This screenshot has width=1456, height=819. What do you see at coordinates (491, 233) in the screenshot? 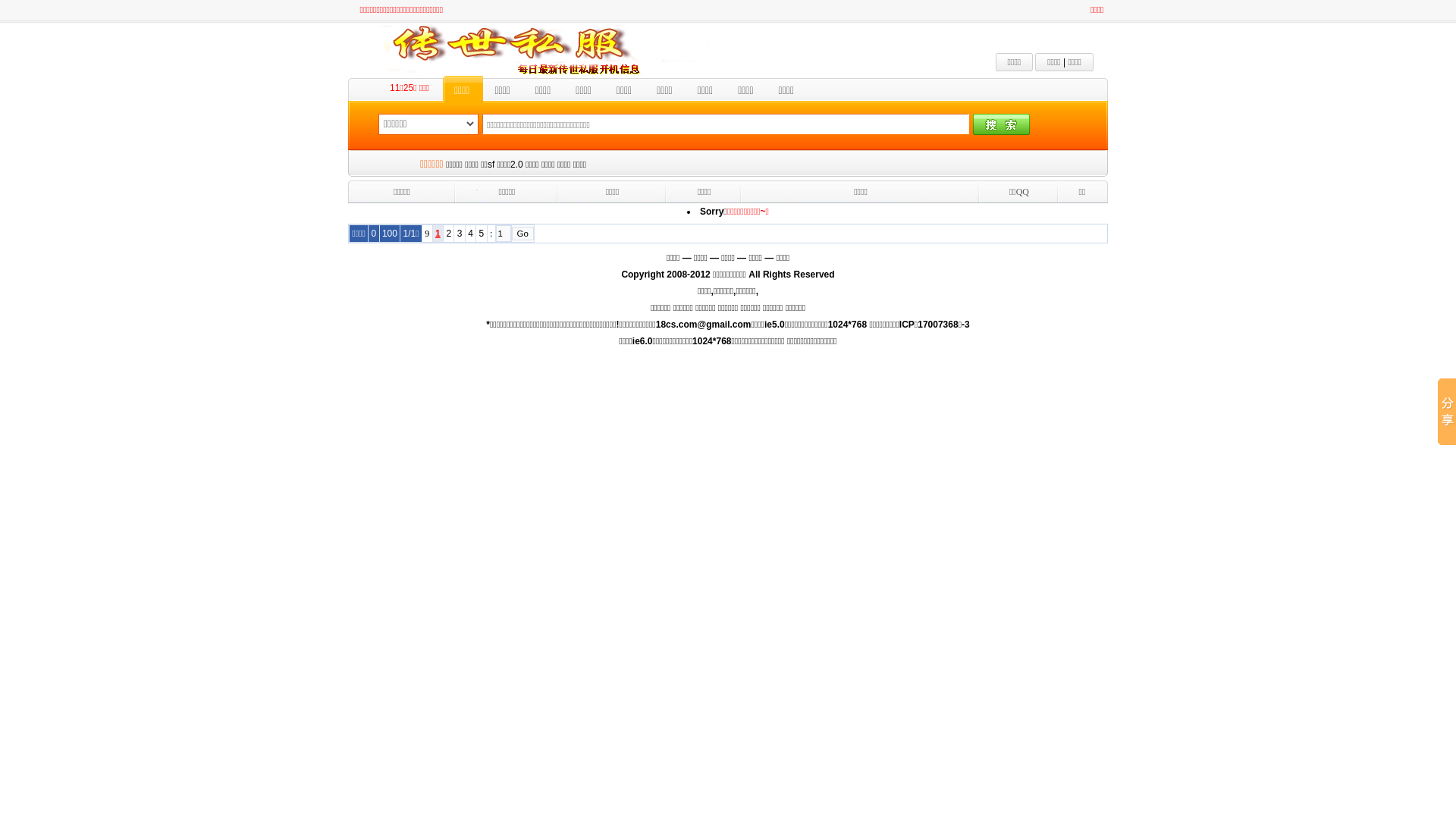
I see `':'` at bounding box center [491, 233].